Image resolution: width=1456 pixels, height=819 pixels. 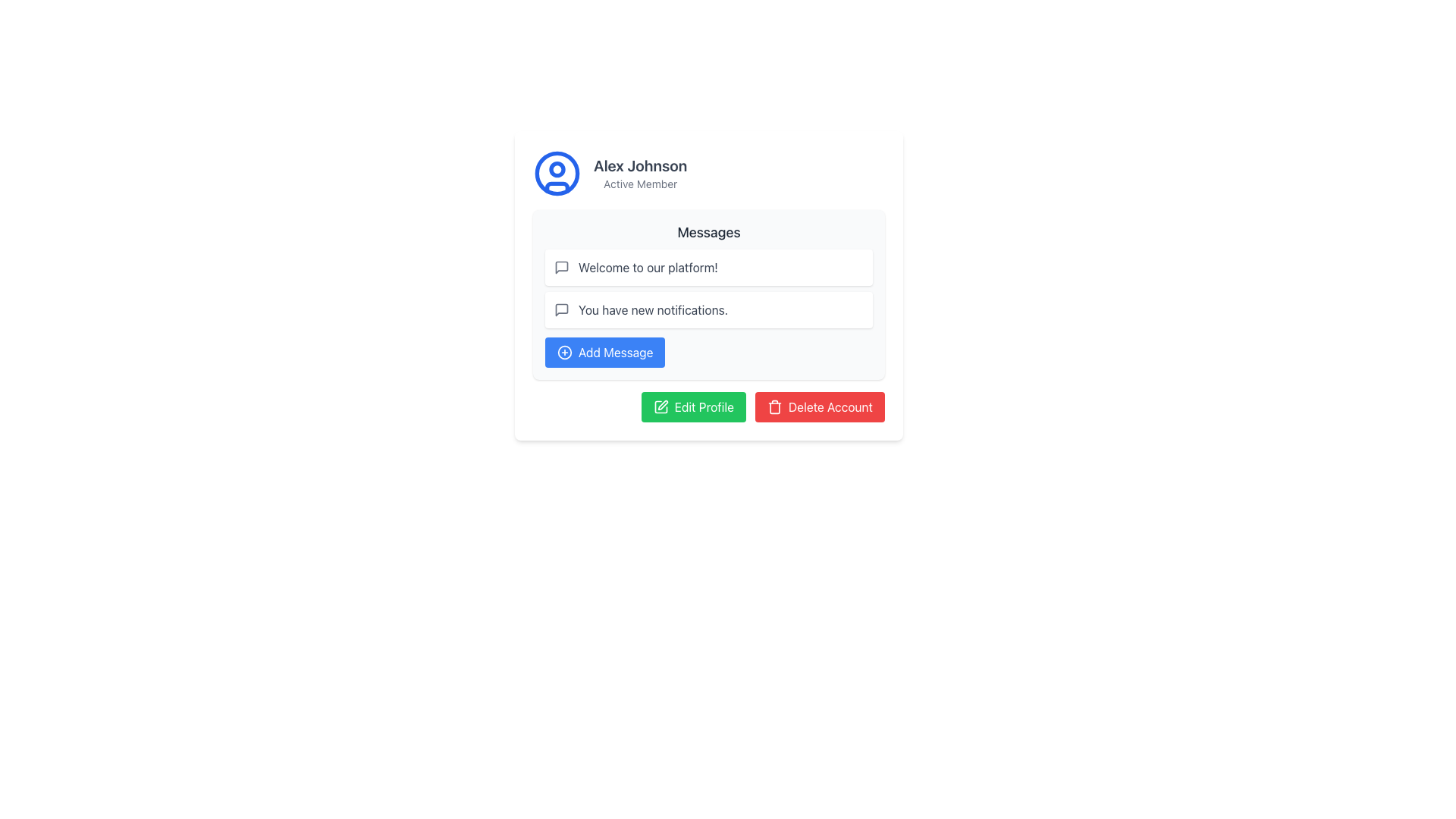 I want to click on the rectangular green button with white text 'Edit Profile' and a white pen icon on its left side, so click(x=692, y=406).